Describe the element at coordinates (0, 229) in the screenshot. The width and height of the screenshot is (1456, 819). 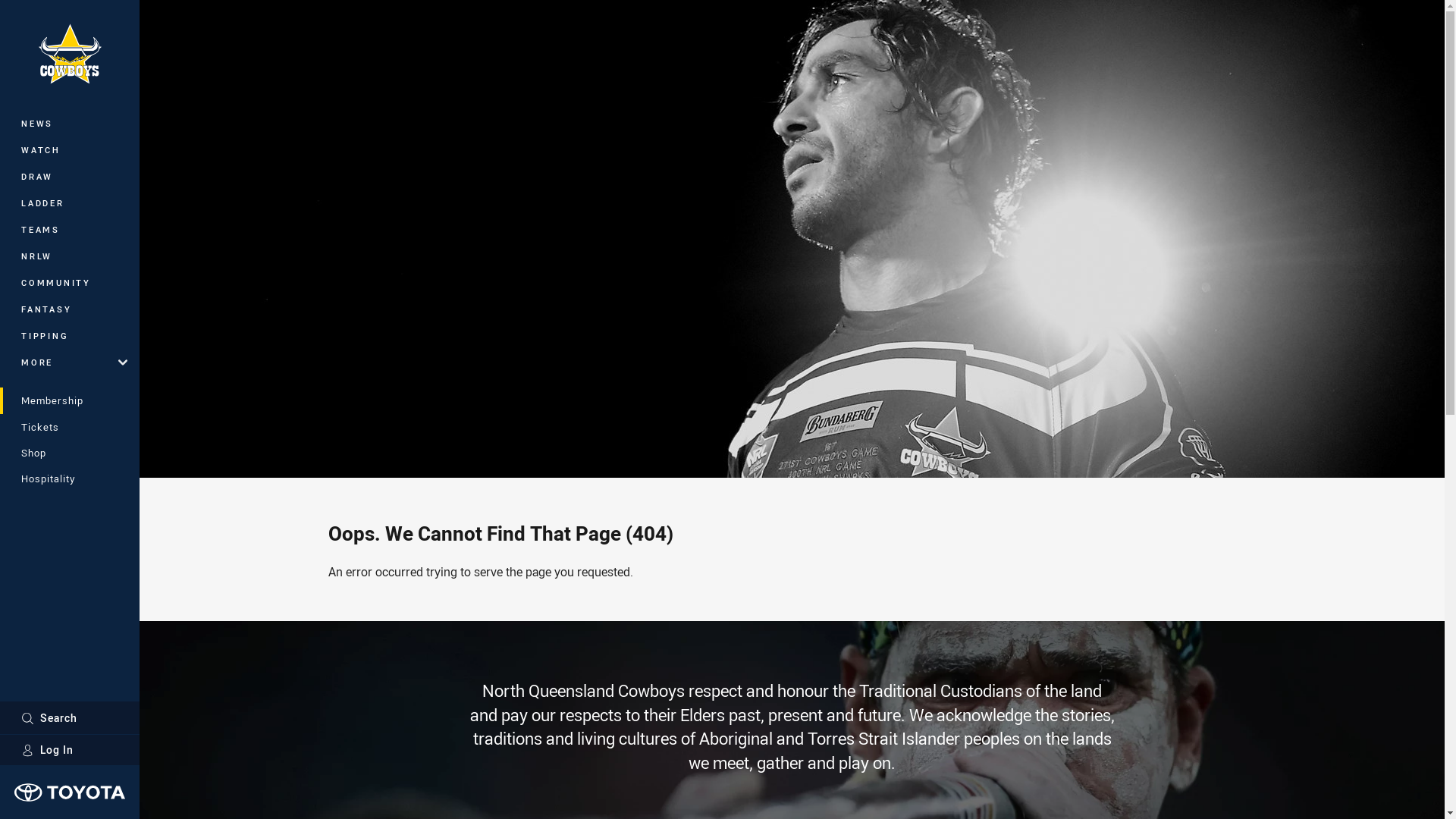
I see `'TEAMS'` at that location.